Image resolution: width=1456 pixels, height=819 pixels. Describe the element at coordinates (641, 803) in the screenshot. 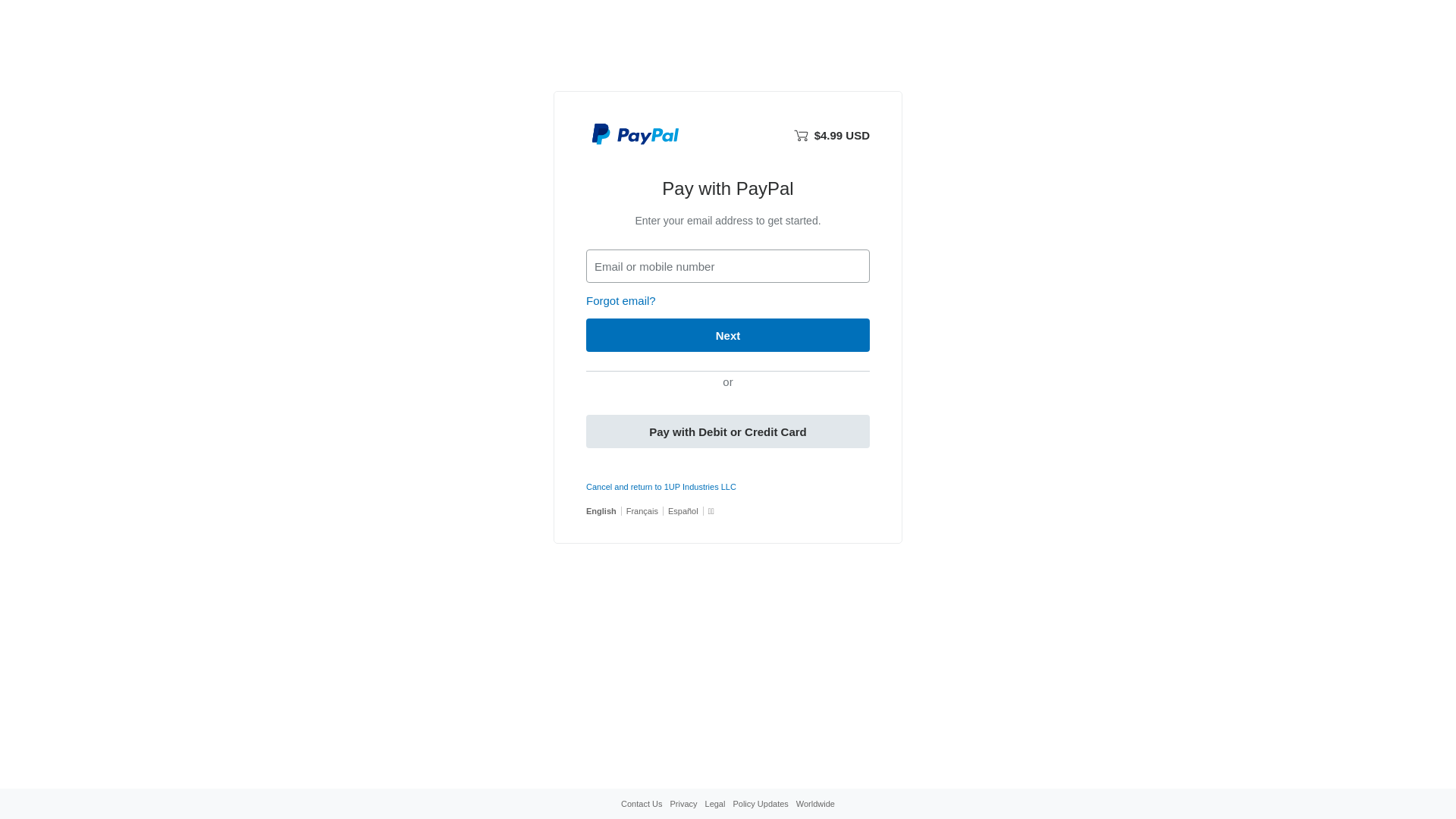

I see `'Contact Us'` at that location.